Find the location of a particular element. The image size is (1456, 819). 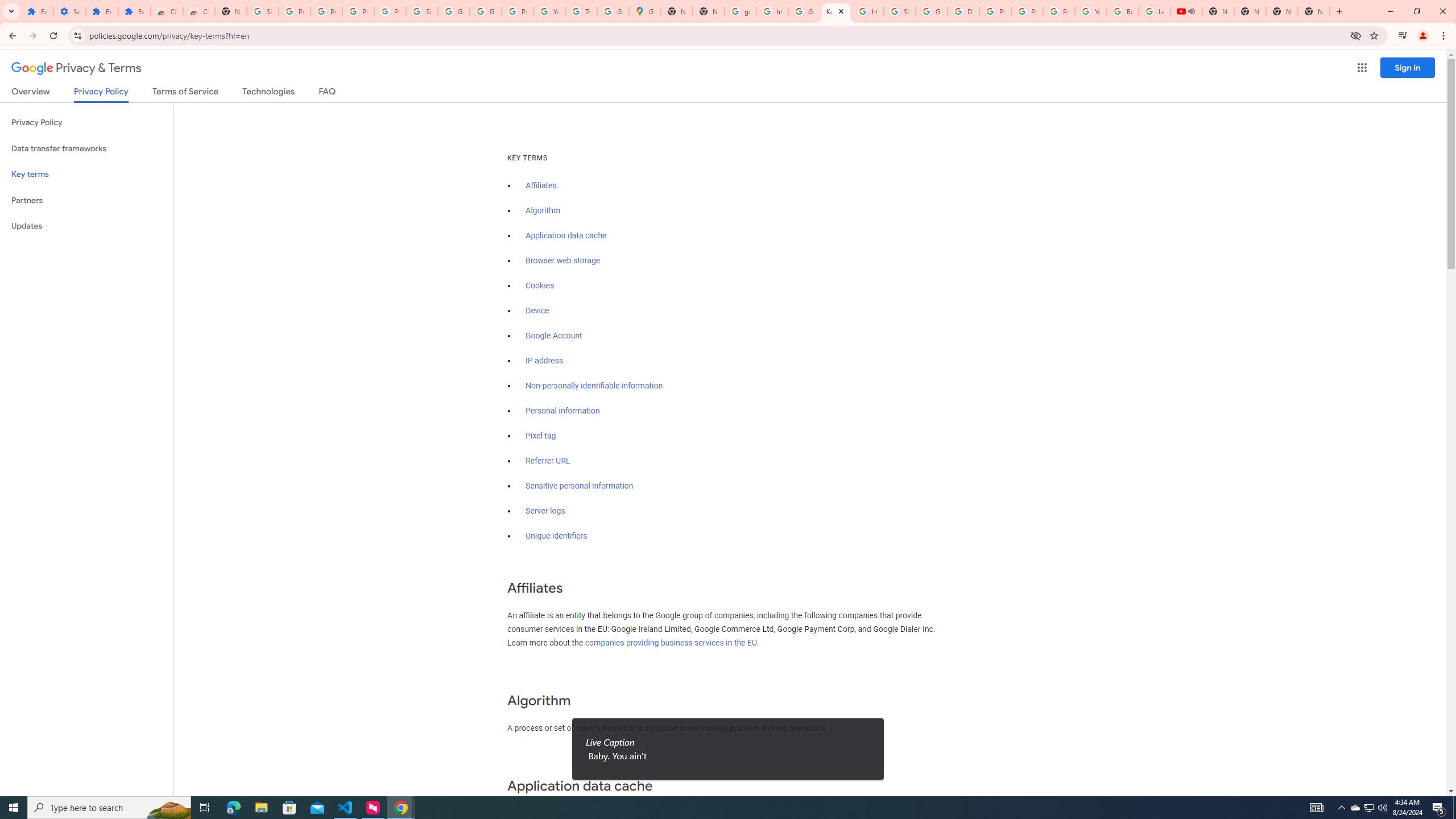

'New Tab' is located at coordinates (1314, 11).